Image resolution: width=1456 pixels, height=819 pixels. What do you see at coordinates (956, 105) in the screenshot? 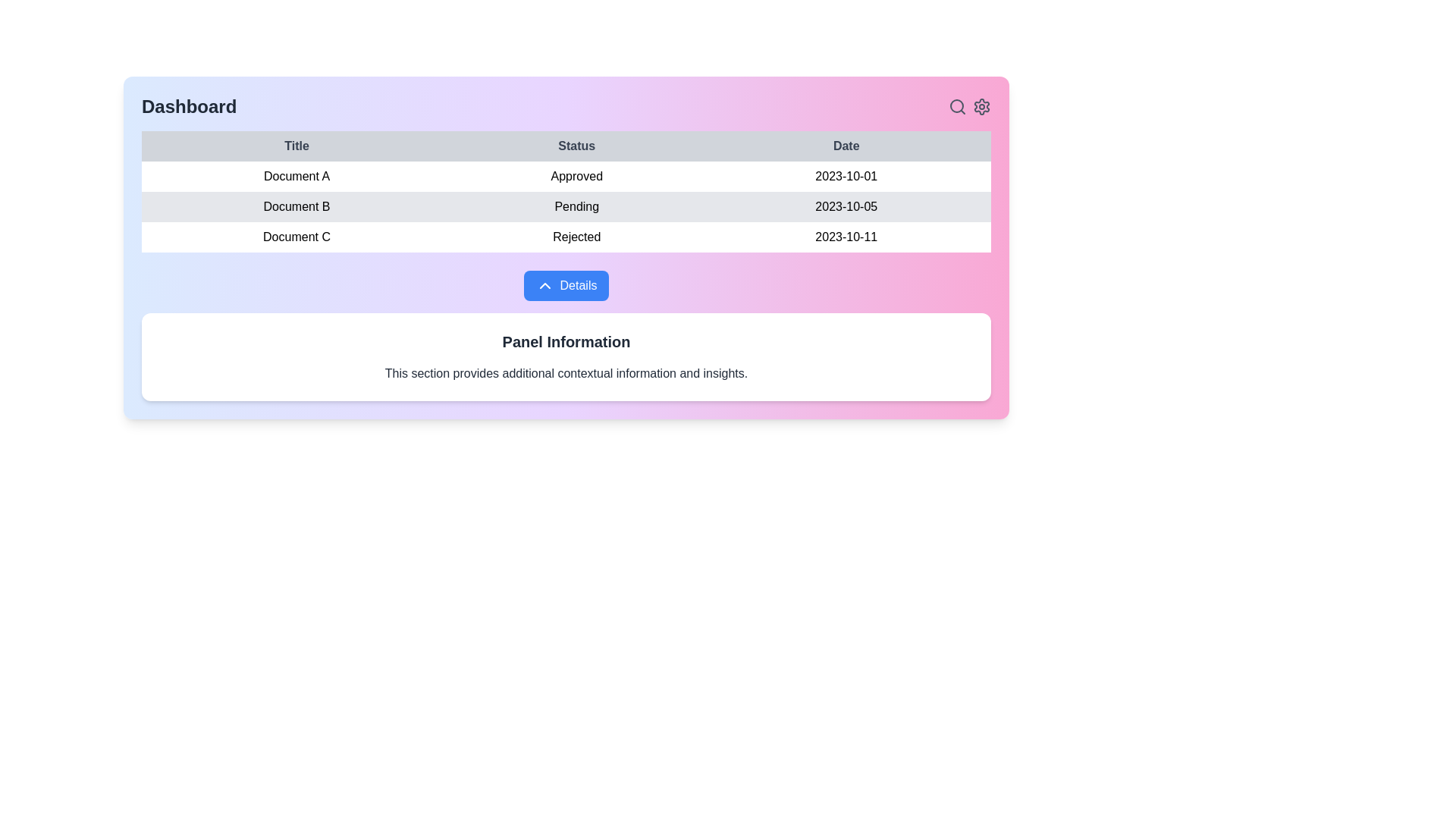
I see `the SVG Circle Element that is part of the magnifying glass icon located in the top-right corner of the application's header section` at bounding box center [956, 105].